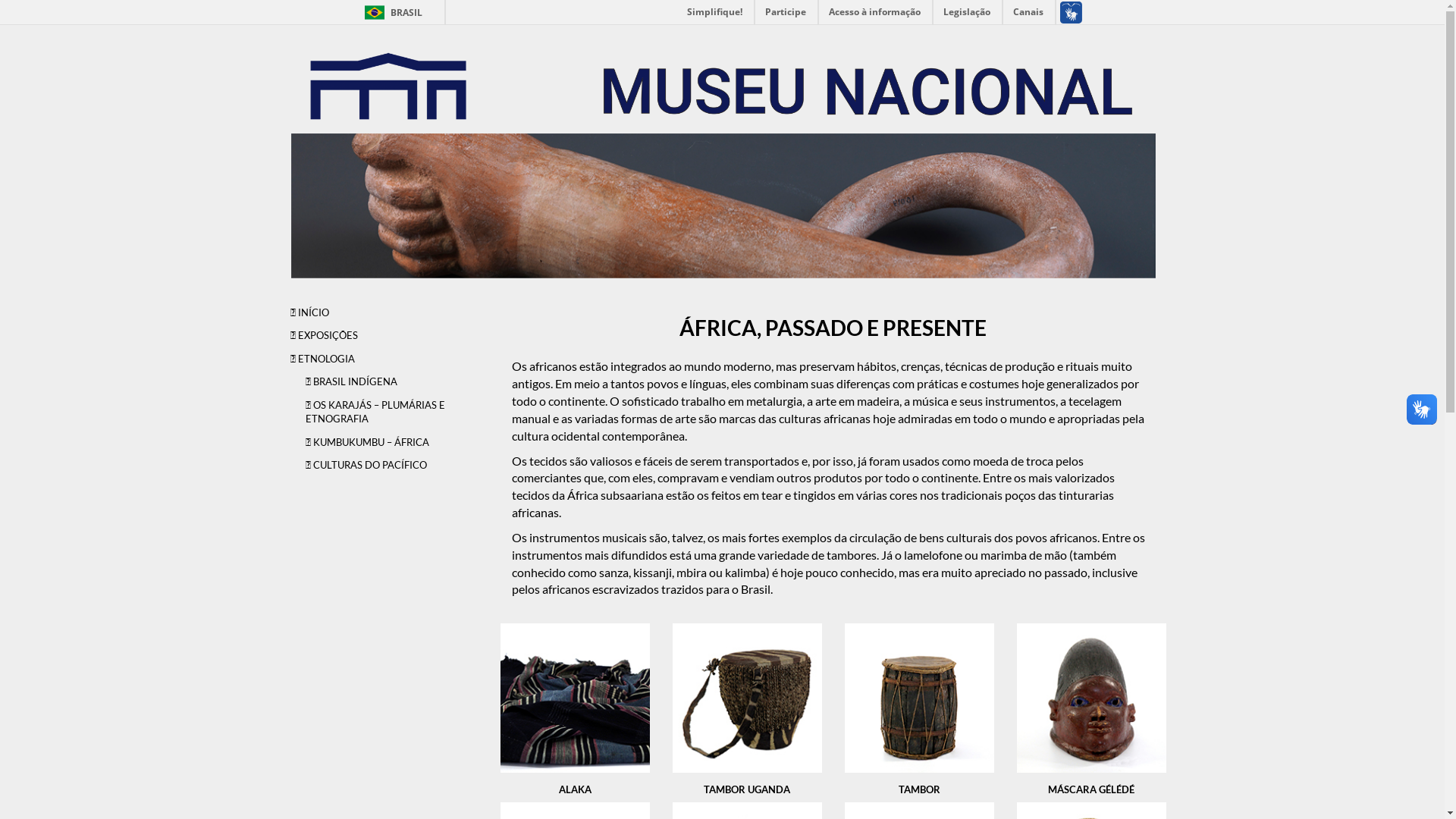  I want to click on 'ALAKA', so click(574, 708).